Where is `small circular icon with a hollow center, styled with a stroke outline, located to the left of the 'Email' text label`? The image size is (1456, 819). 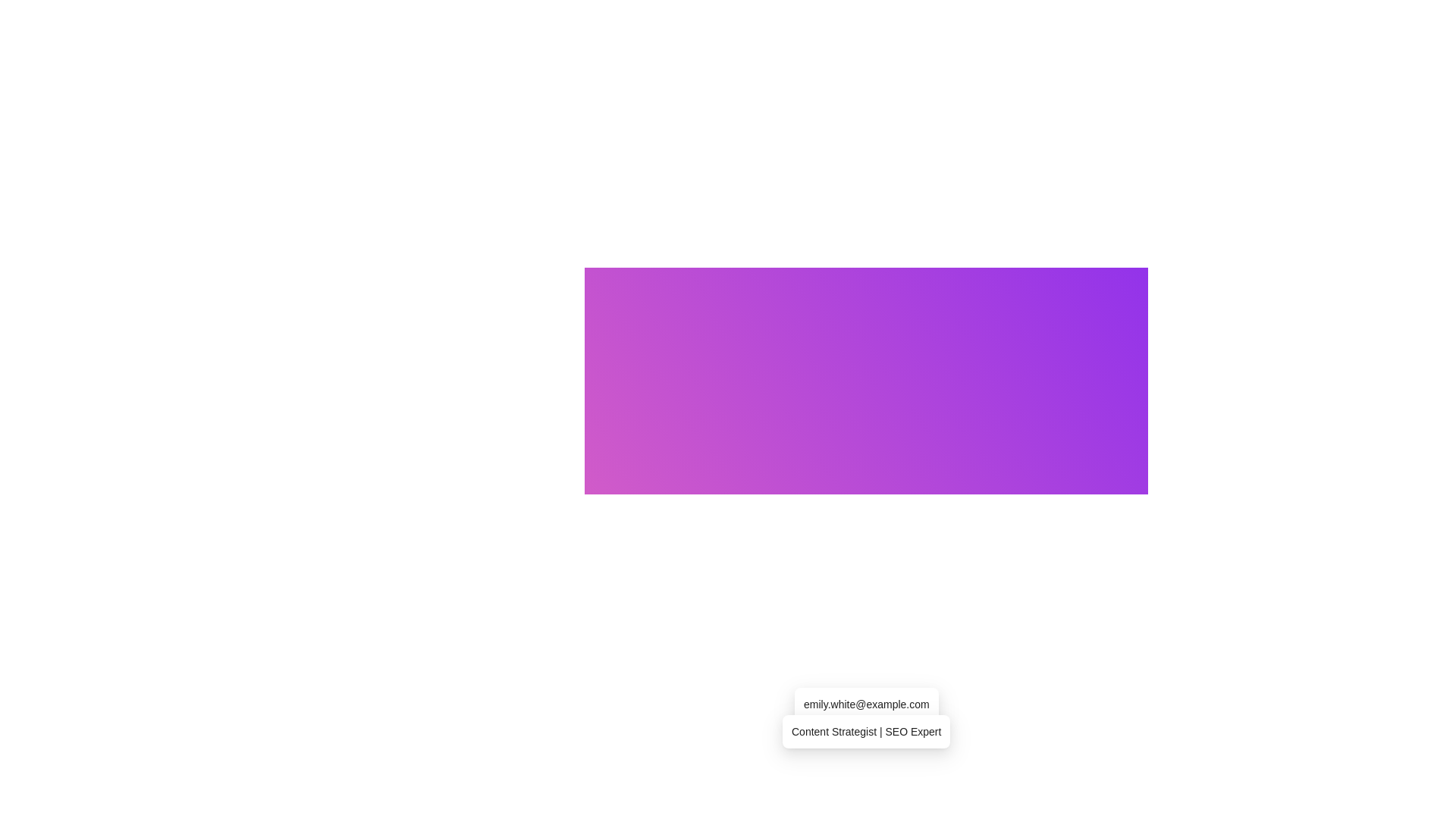
small circular icon with a hollow center, styled with a stroke outline, located to the left of the 'Email' text label is located at coordinates (770, 704).